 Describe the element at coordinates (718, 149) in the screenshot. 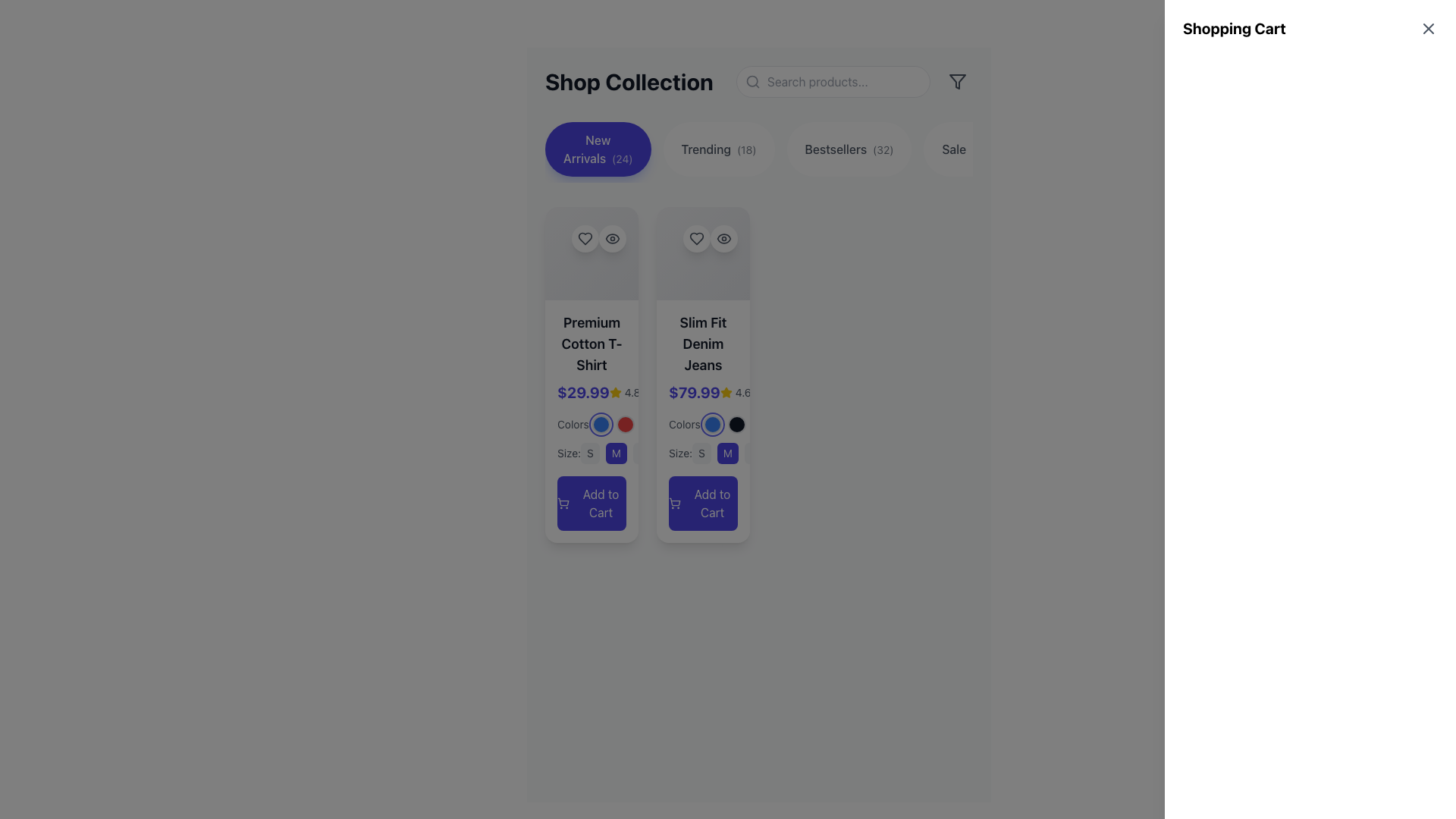

I see `the 'Trending' button, which is the second button in a series of four` at that location.